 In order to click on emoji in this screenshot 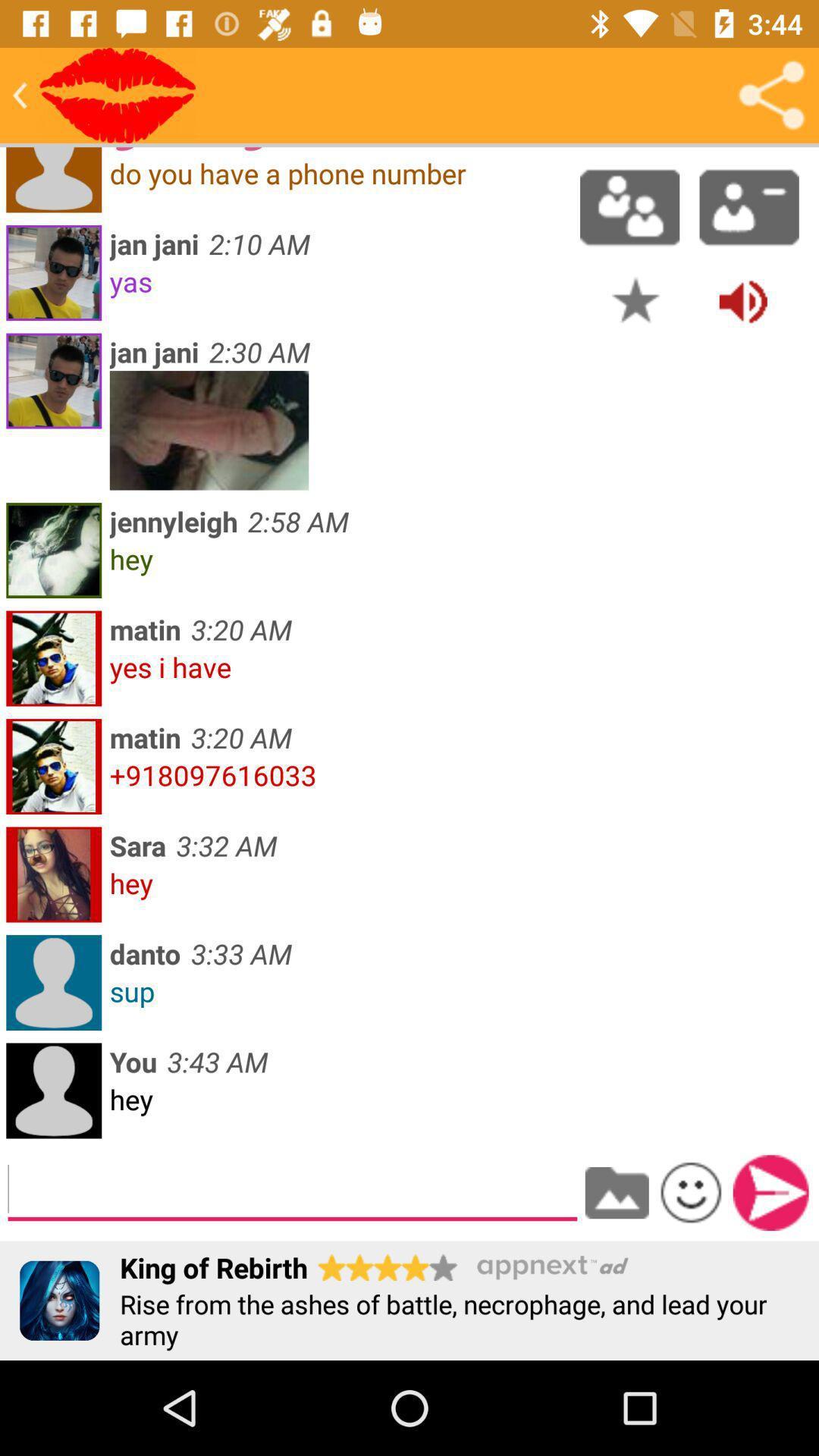, I will do `click(691, 1191)`.